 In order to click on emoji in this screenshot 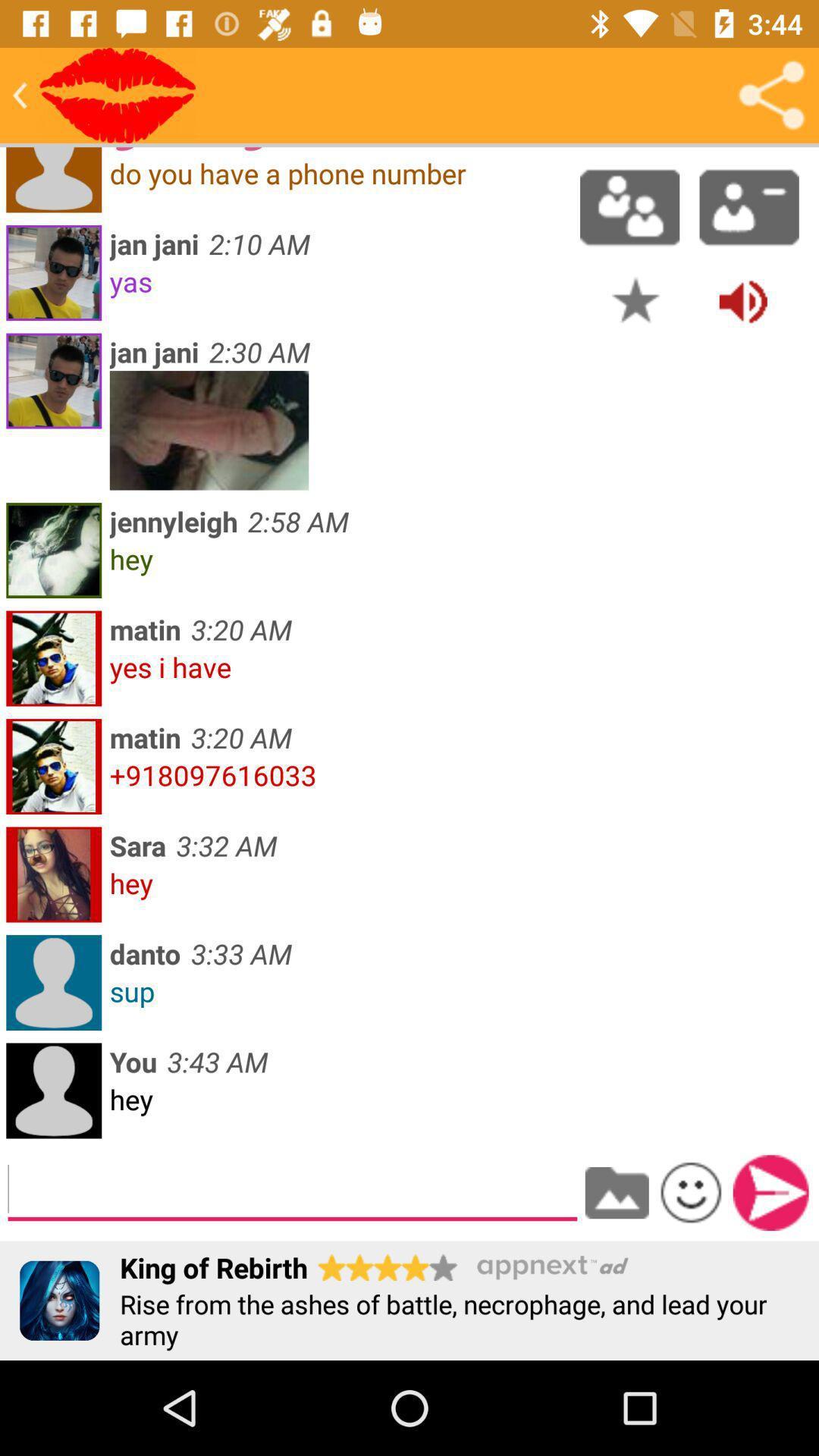, I will do `click(691, 1191)`.